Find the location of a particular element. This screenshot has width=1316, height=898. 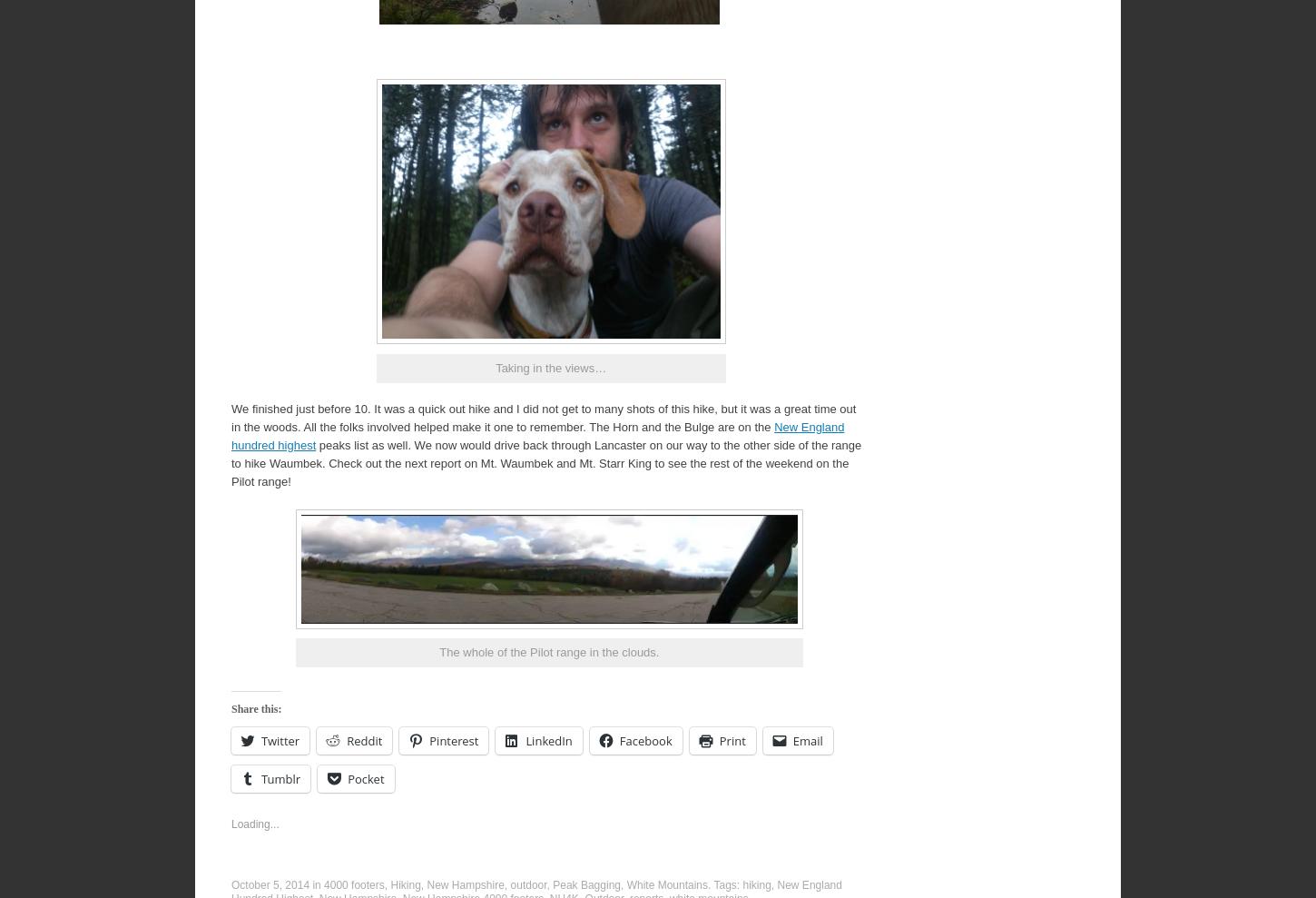

'New England hundred highest' is located at coordinates (537, 435).